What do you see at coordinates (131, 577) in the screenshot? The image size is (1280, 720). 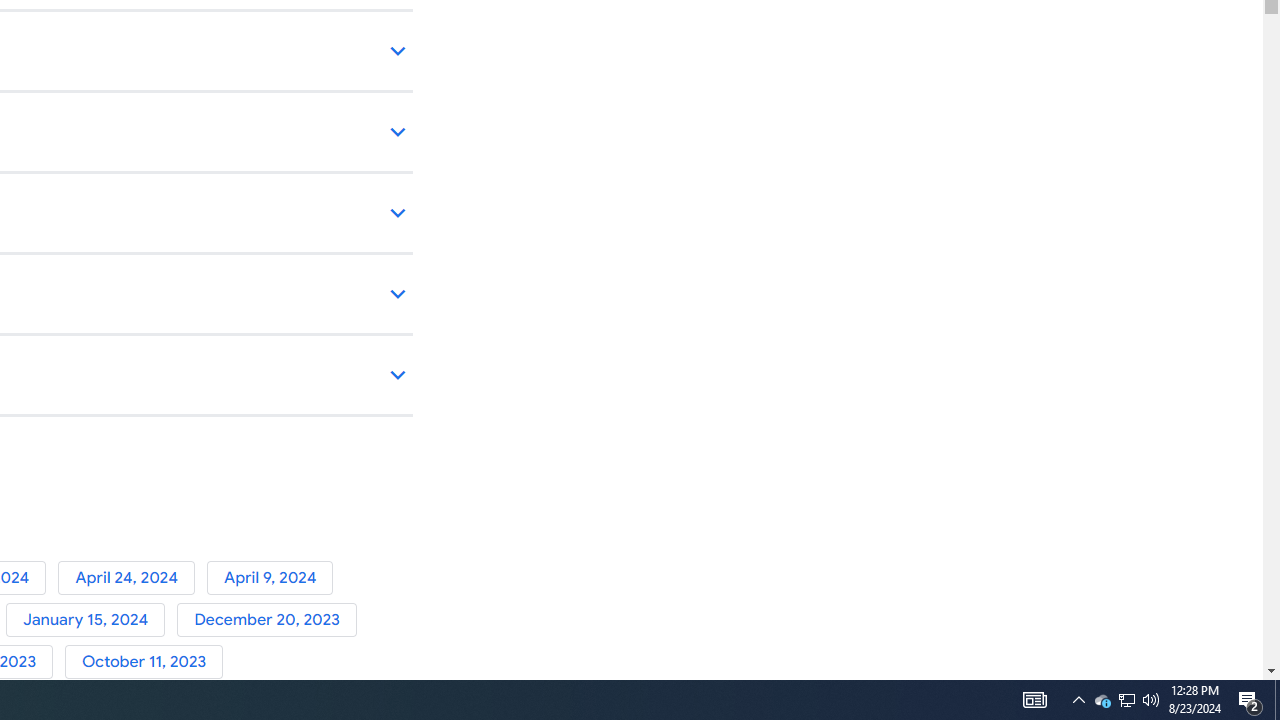 I see `'April 24, 2024'` at bounding box center [131, 577].